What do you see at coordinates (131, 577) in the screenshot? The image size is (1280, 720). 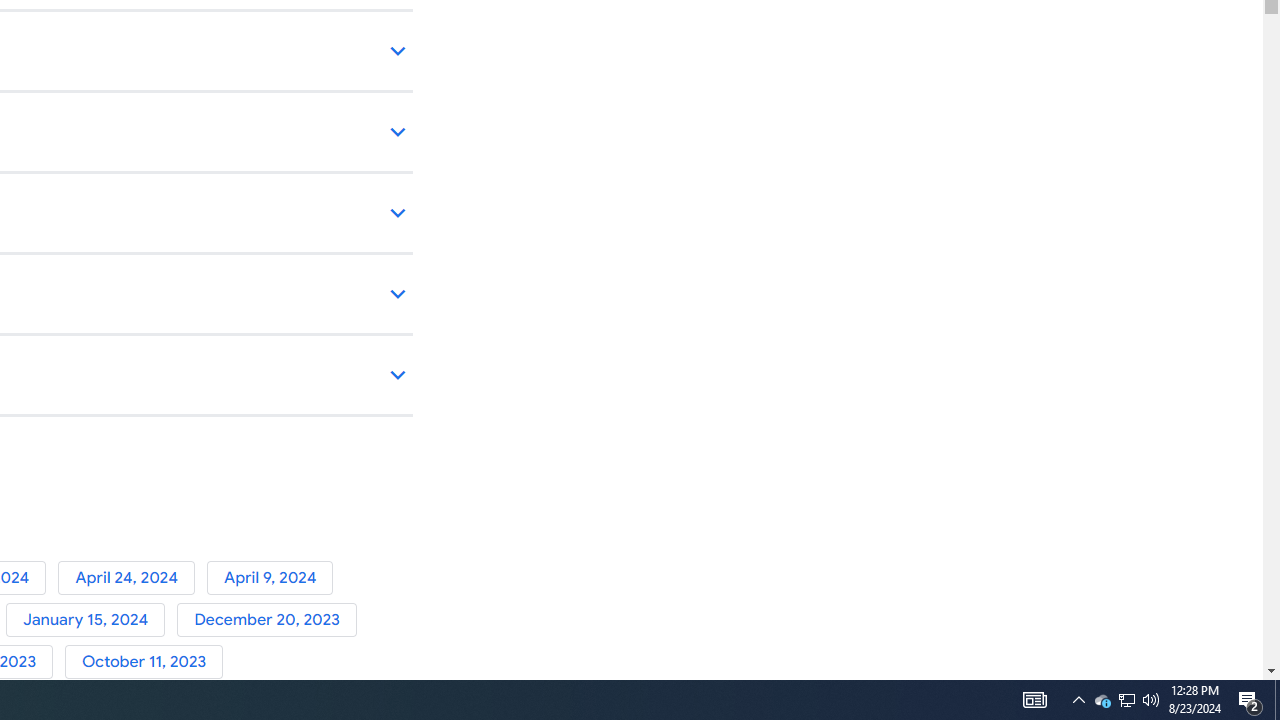 I see `'April 24, 2024'` at bounding box center [131, 577].